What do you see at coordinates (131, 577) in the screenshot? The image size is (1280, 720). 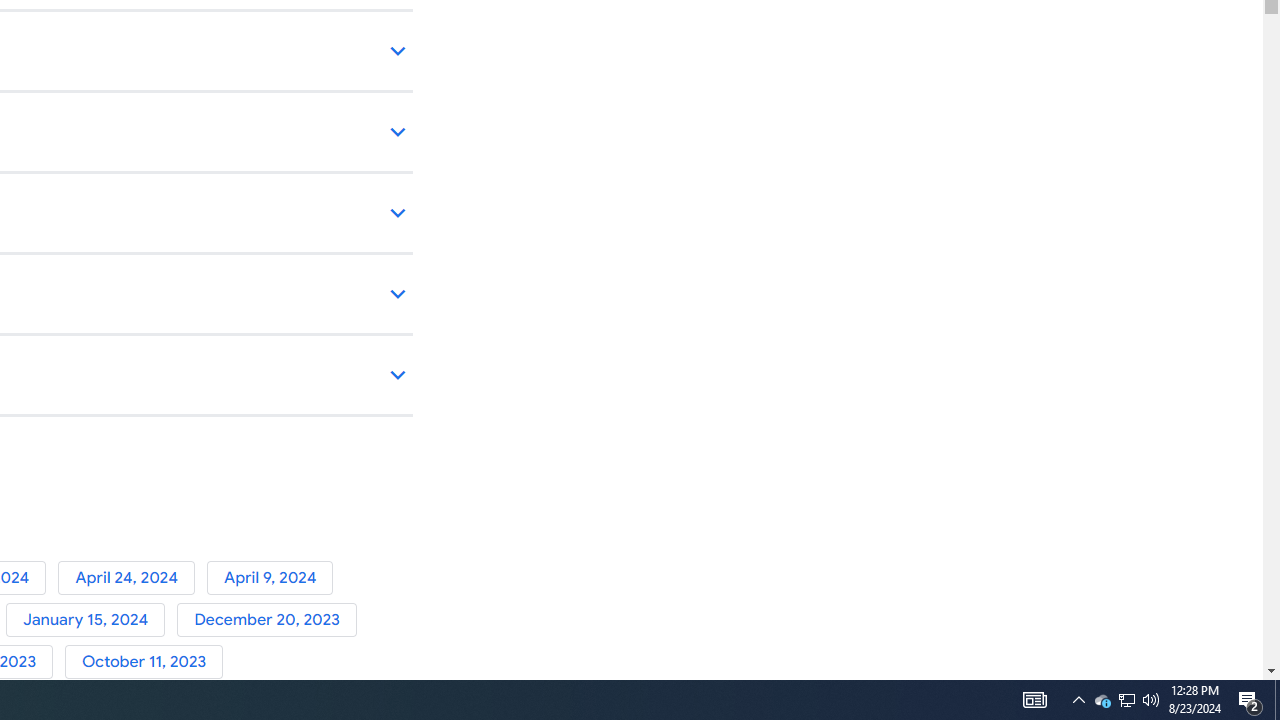 I see `'April 24, 2024'` at bounding box center [131, 577].